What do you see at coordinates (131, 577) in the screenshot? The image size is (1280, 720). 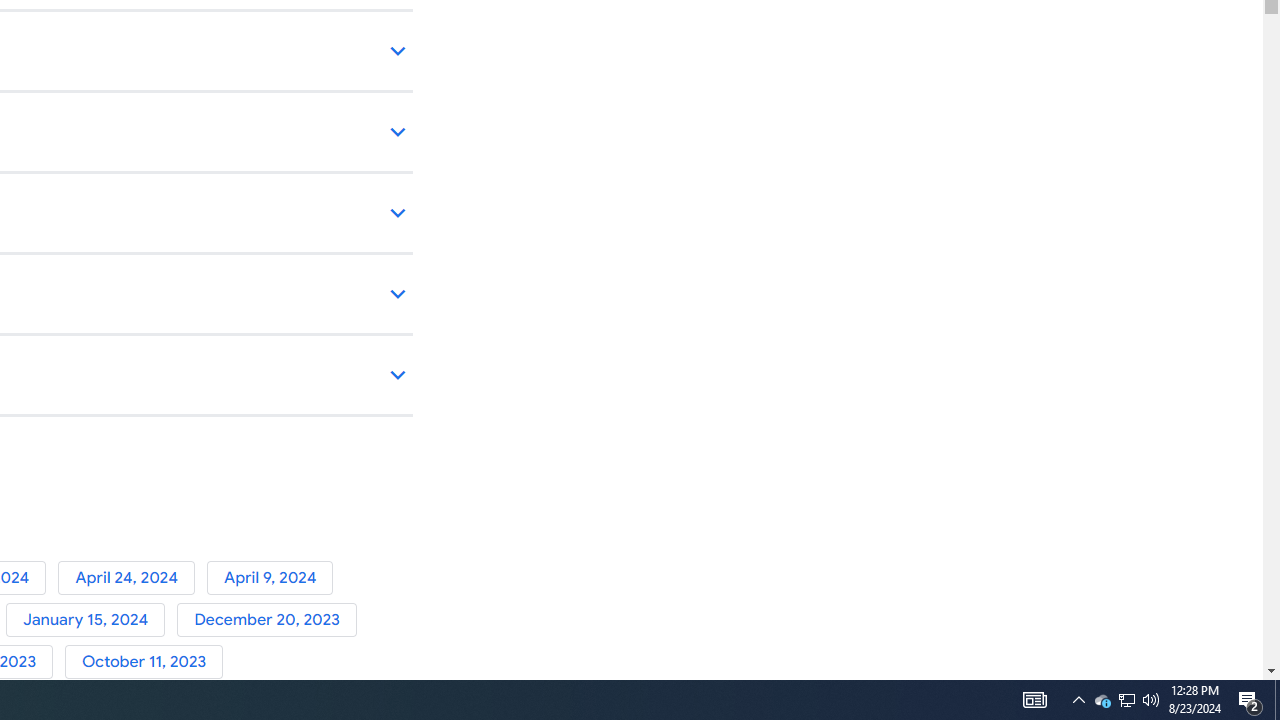 I see `'April 24, 2024'` at bounding box center [131, 577].